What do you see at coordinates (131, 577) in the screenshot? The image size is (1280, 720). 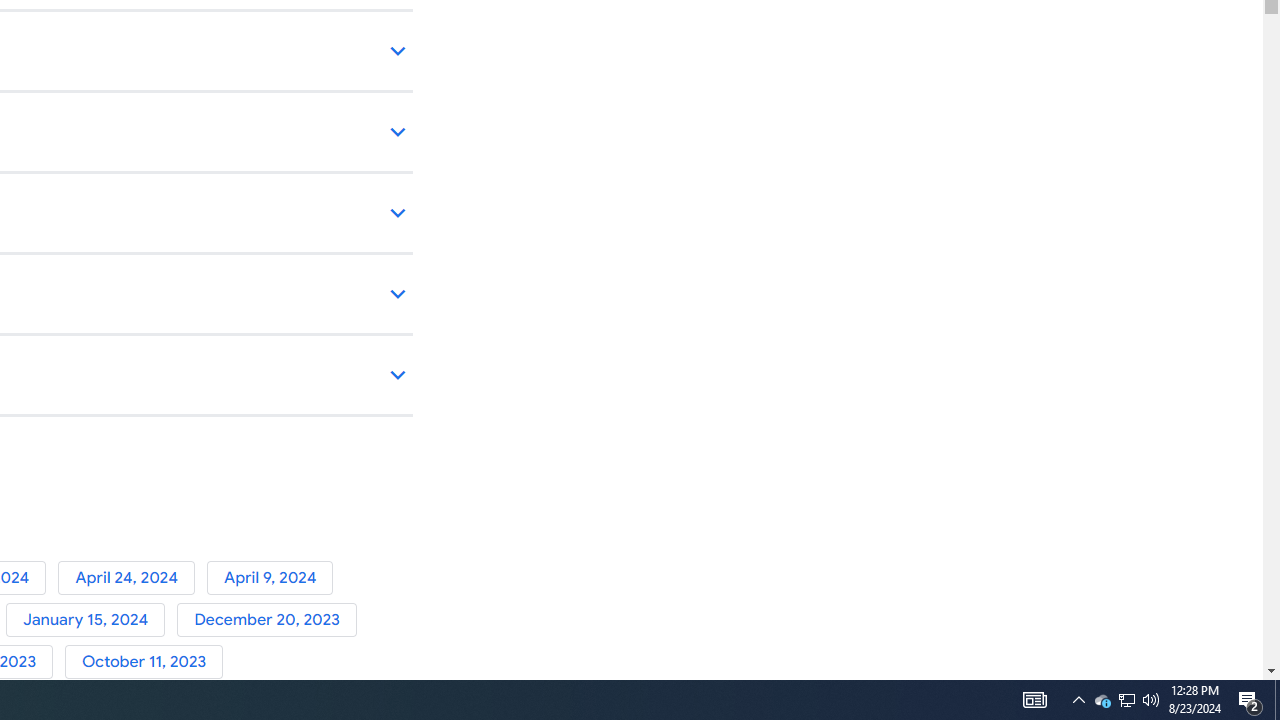 I see `'April 24, 2024'` at bounding box center [131, 577].